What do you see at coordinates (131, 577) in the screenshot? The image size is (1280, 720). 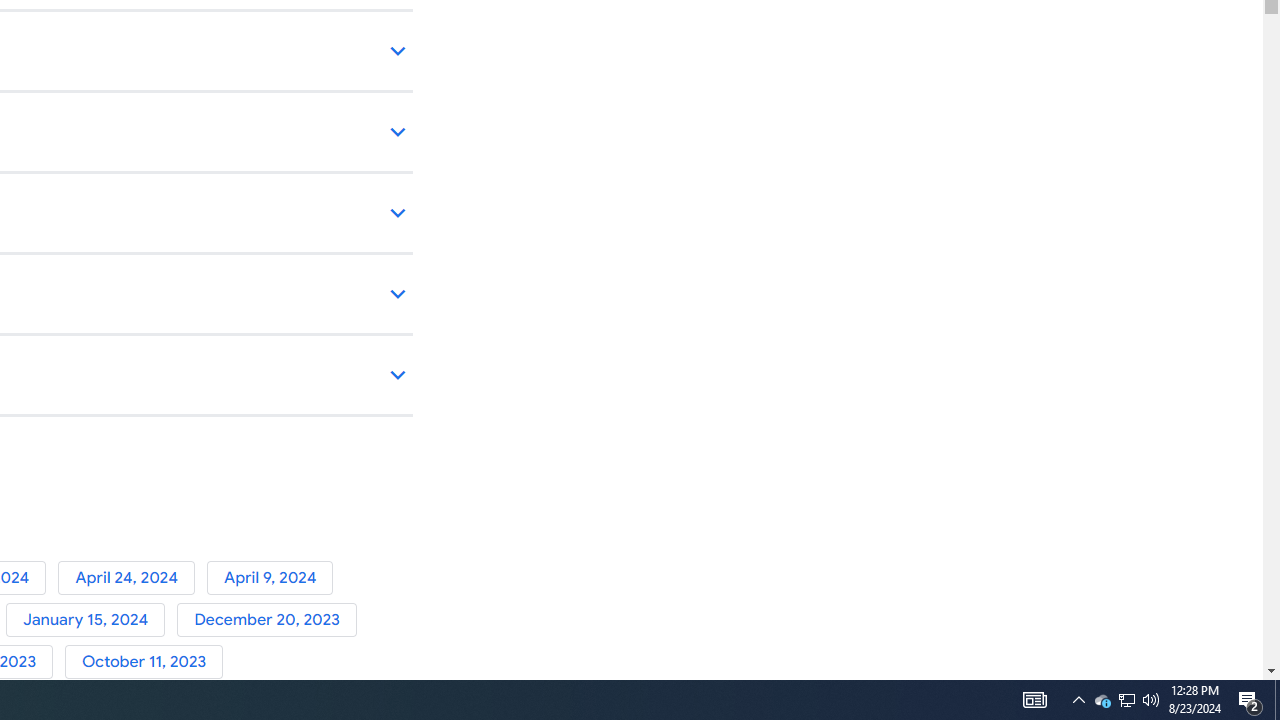 I see `'April 24, 2024'` at bounding box center [131, 577].